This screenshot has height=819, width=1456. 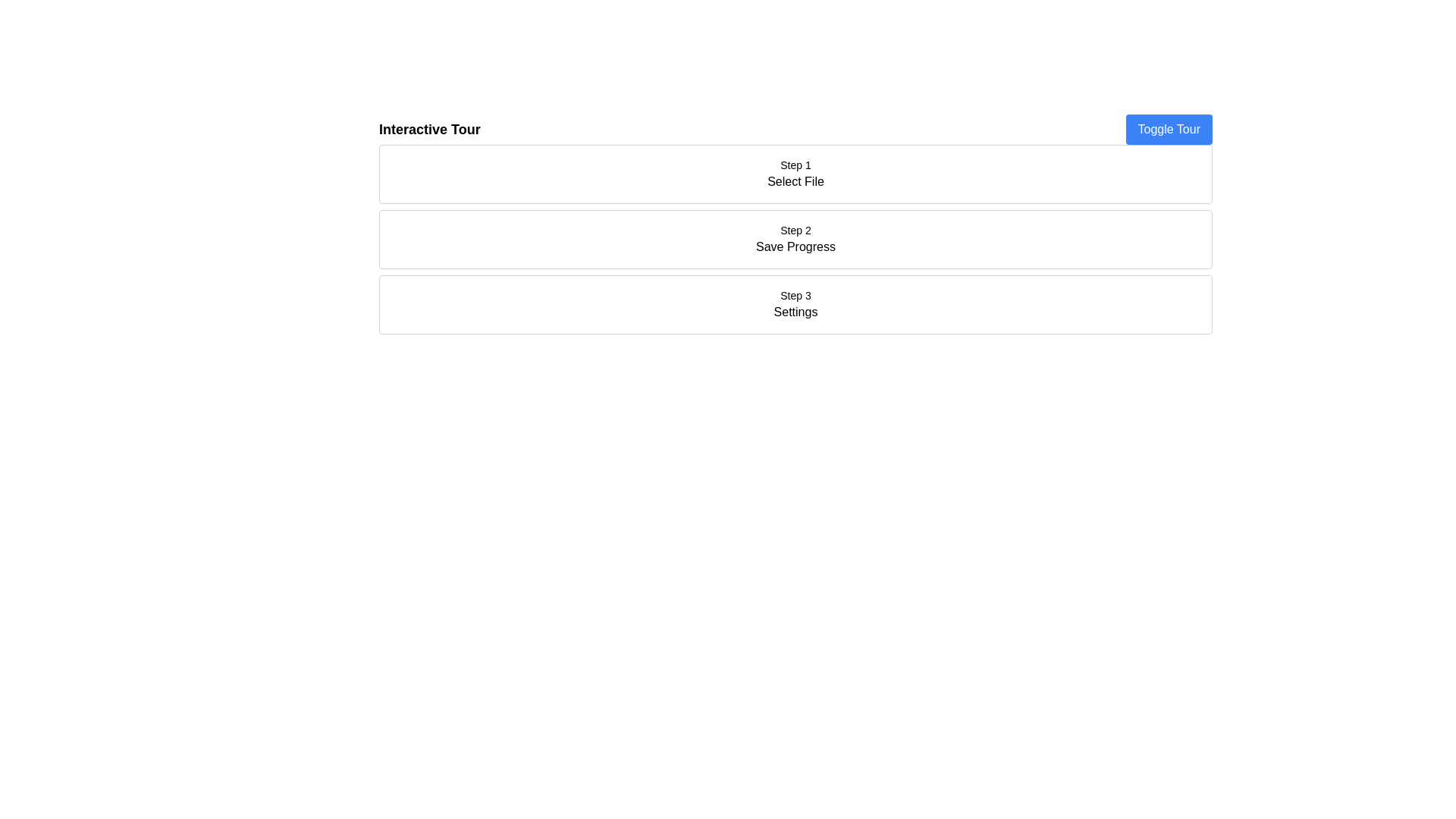 What do you see at coordinates (795, 239) in the screenshot?
I see `the second step indicator which provides information about saving progress in the sequence of steps` at bounding box center [795, 239].